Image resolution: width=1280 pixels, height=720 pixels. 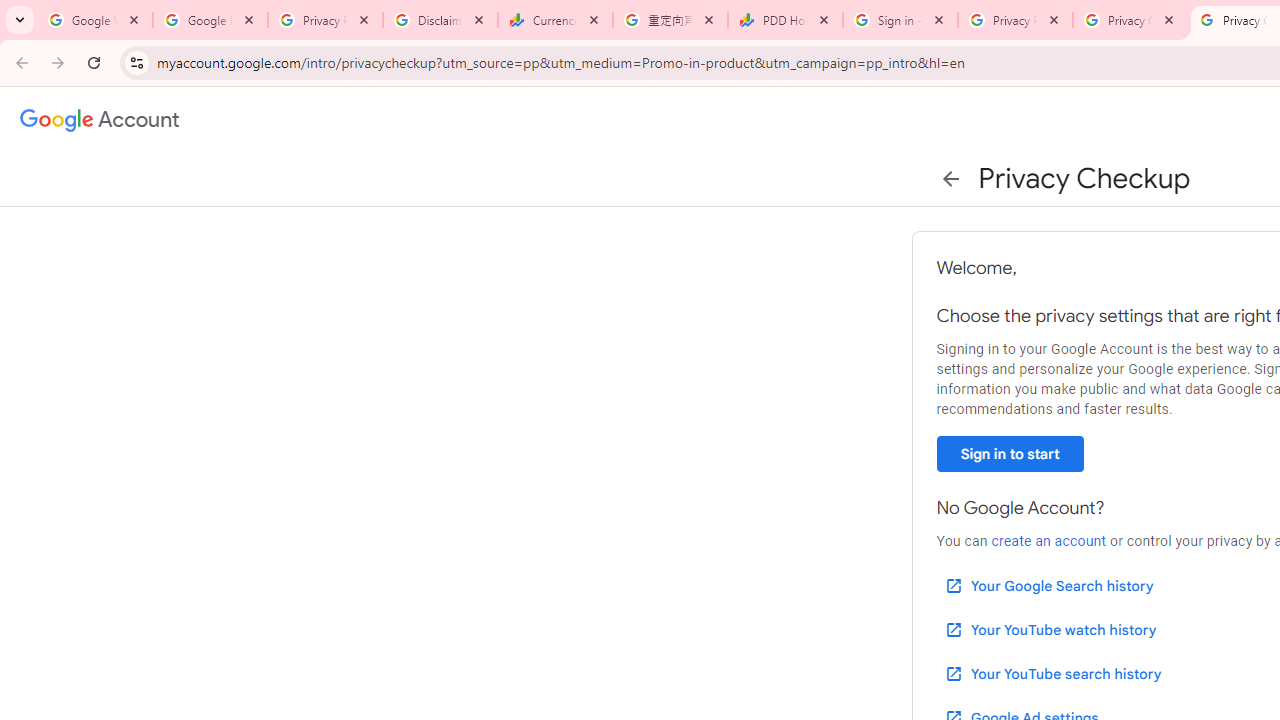 What do you see at coordinates (784, 20) in the screenshot?
I see `'PDD Holdings Inc - ADR (PDD) Price & News - Google Finance'` at bounding box center [784, 20].